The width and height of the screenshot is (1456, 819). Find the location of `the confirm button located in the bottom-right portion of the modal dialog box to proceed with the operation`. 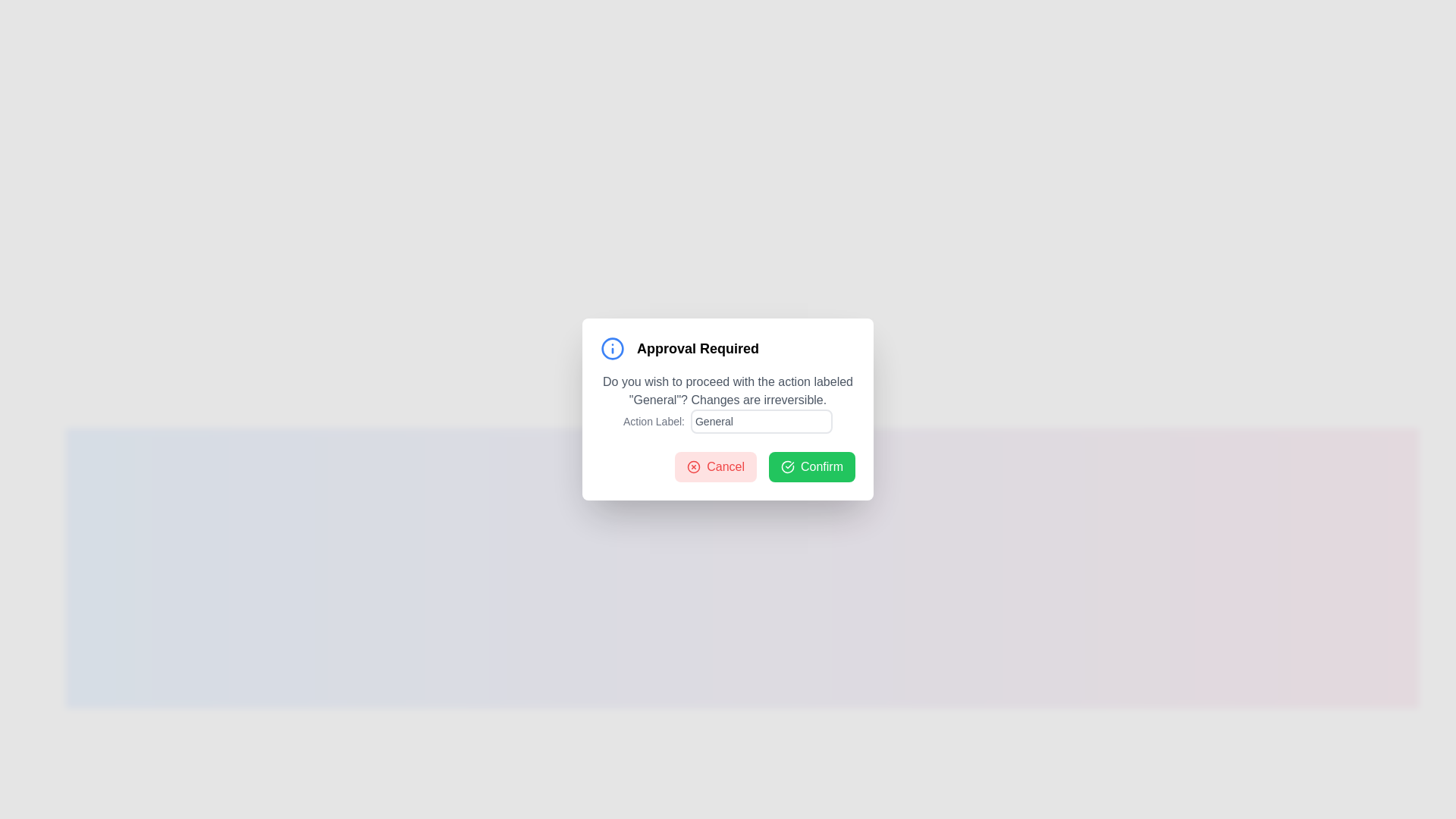

the confirm button located in the bottom-right portion of the modal dialog box to proceed with the operation is located at coordinates (811, 466).